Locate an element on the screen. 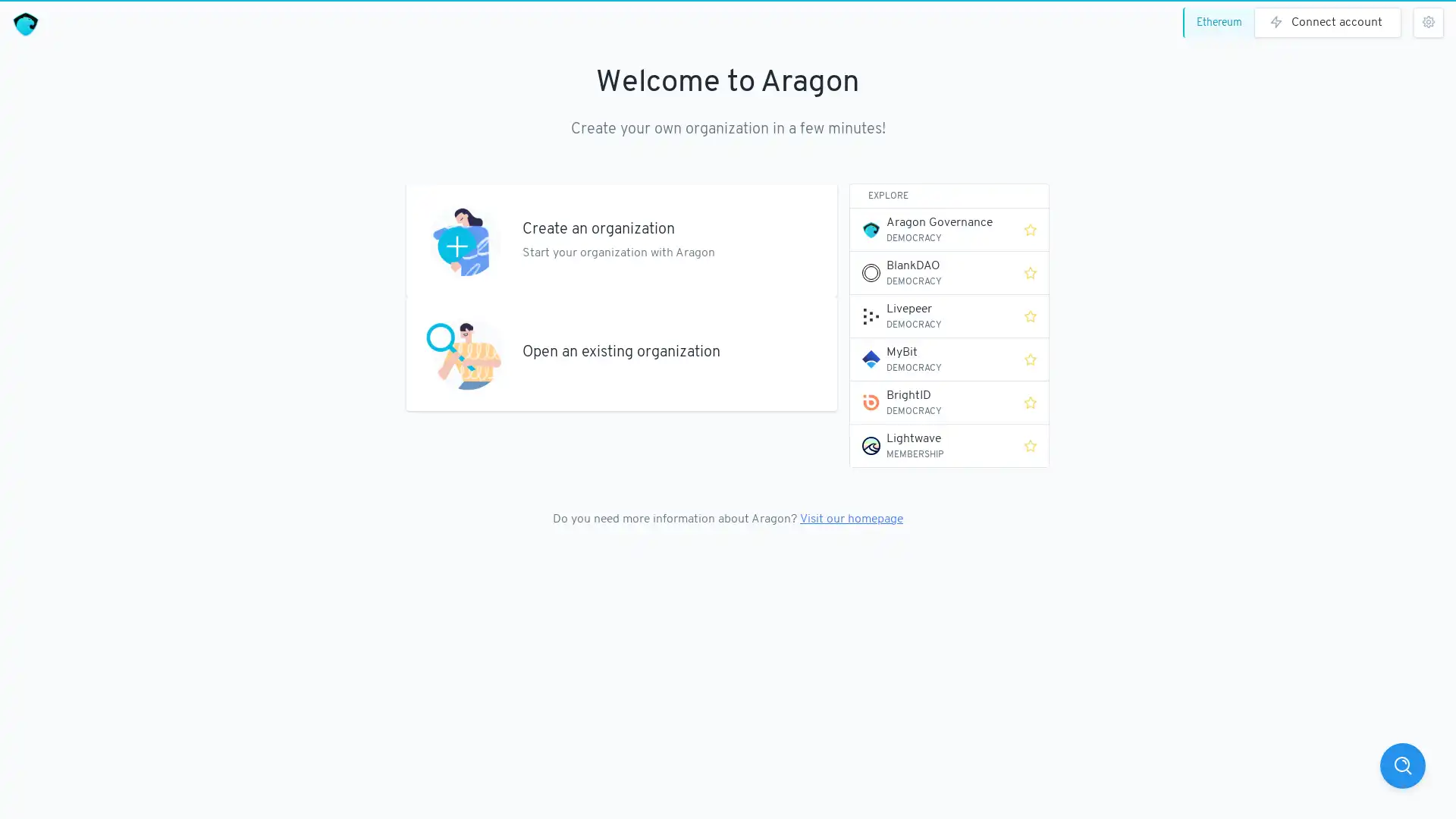 This screenshot has width=1456, height=819. BlankDAO DEMOCRACY is located at coordinates (930, 271).